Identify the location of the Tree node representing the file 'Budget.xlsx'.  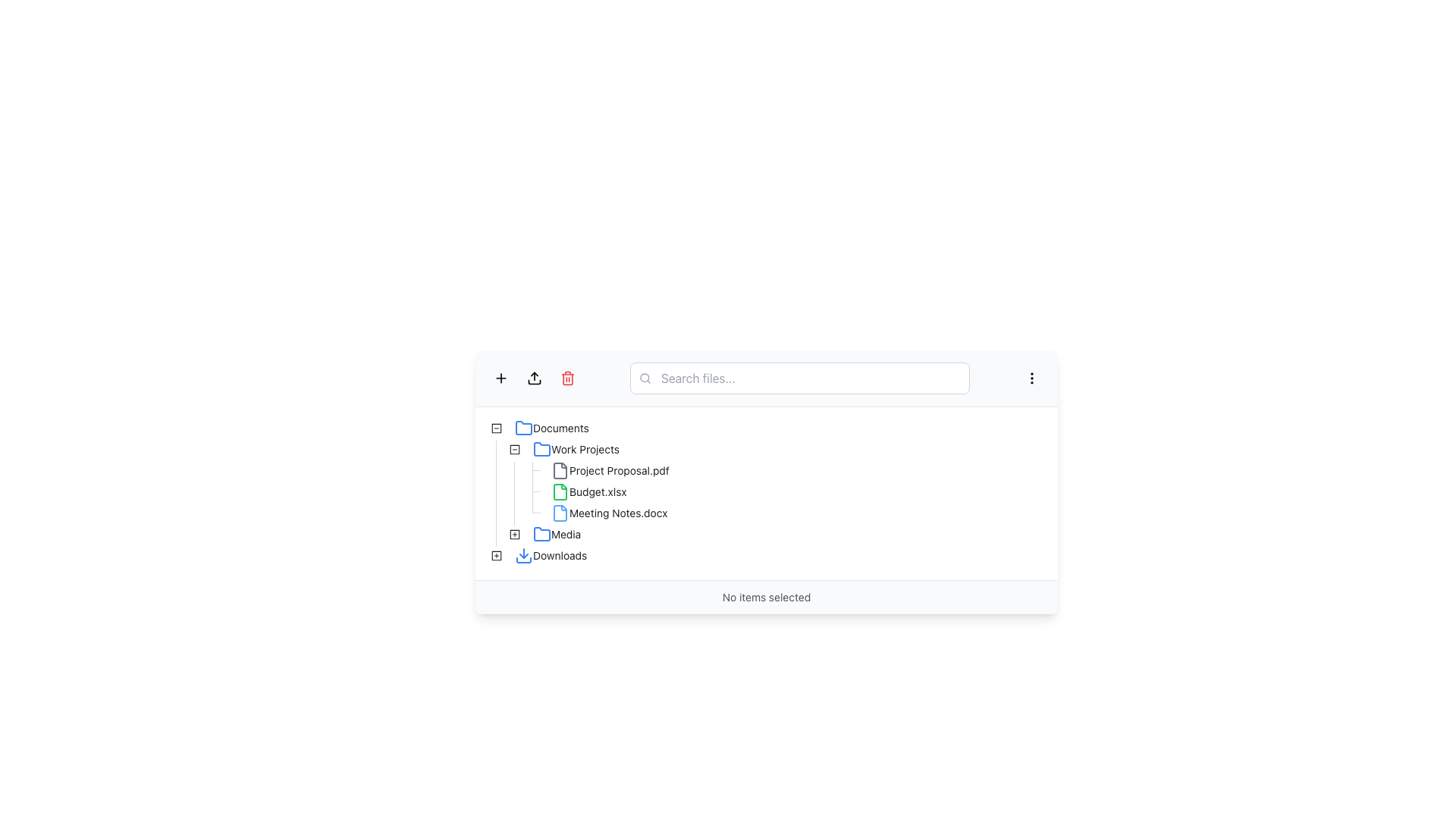
(588, 491).